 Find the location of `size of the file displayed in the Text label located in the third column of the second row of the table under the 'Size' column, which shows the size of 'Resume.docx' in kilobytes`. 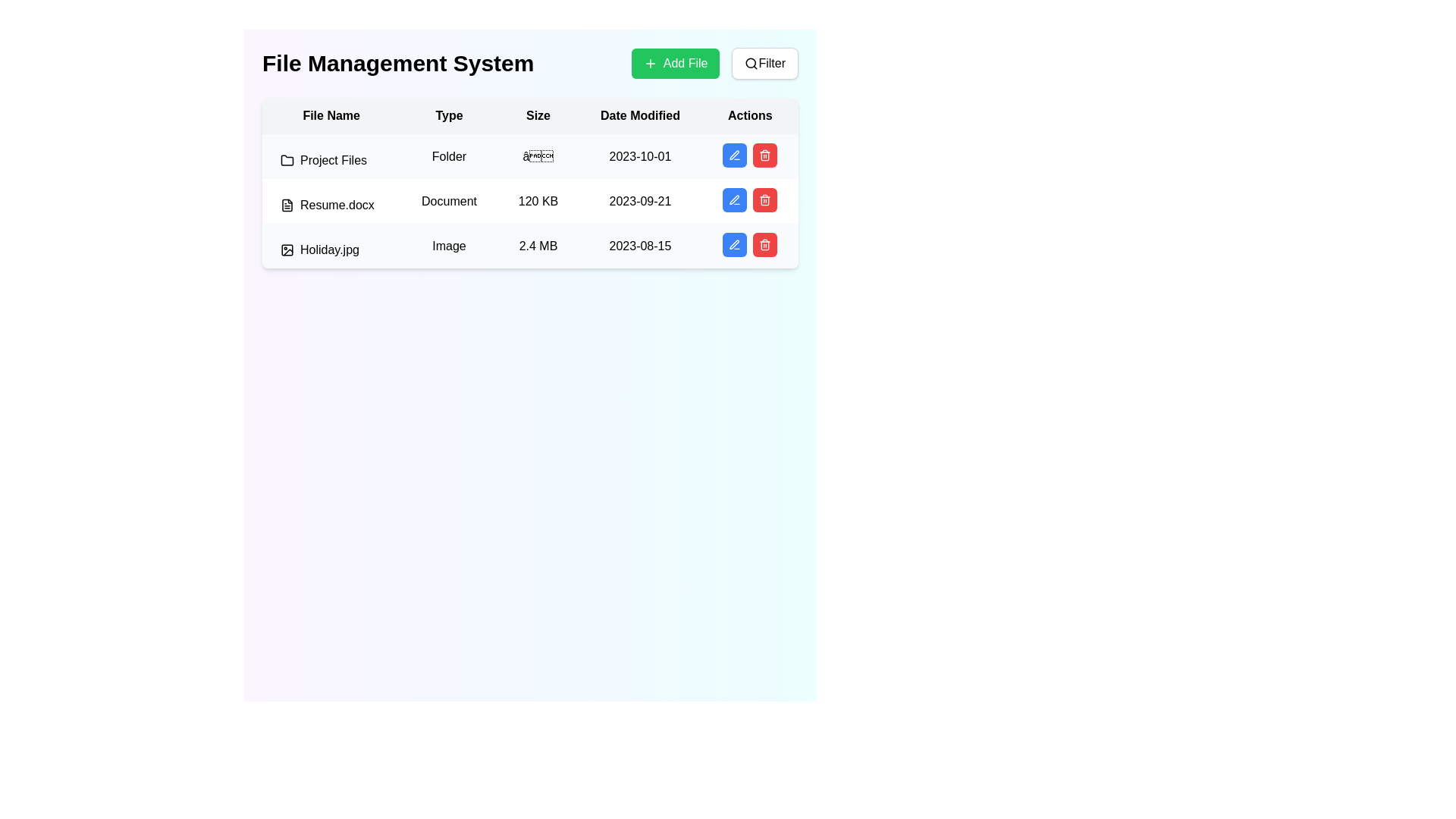

size of the file displayed in the Text label located in the third column of the second row of the table under the 'Size' column, which shows the size of 'Resume.docx' in kilobytes is located at coordinates (538, 200).